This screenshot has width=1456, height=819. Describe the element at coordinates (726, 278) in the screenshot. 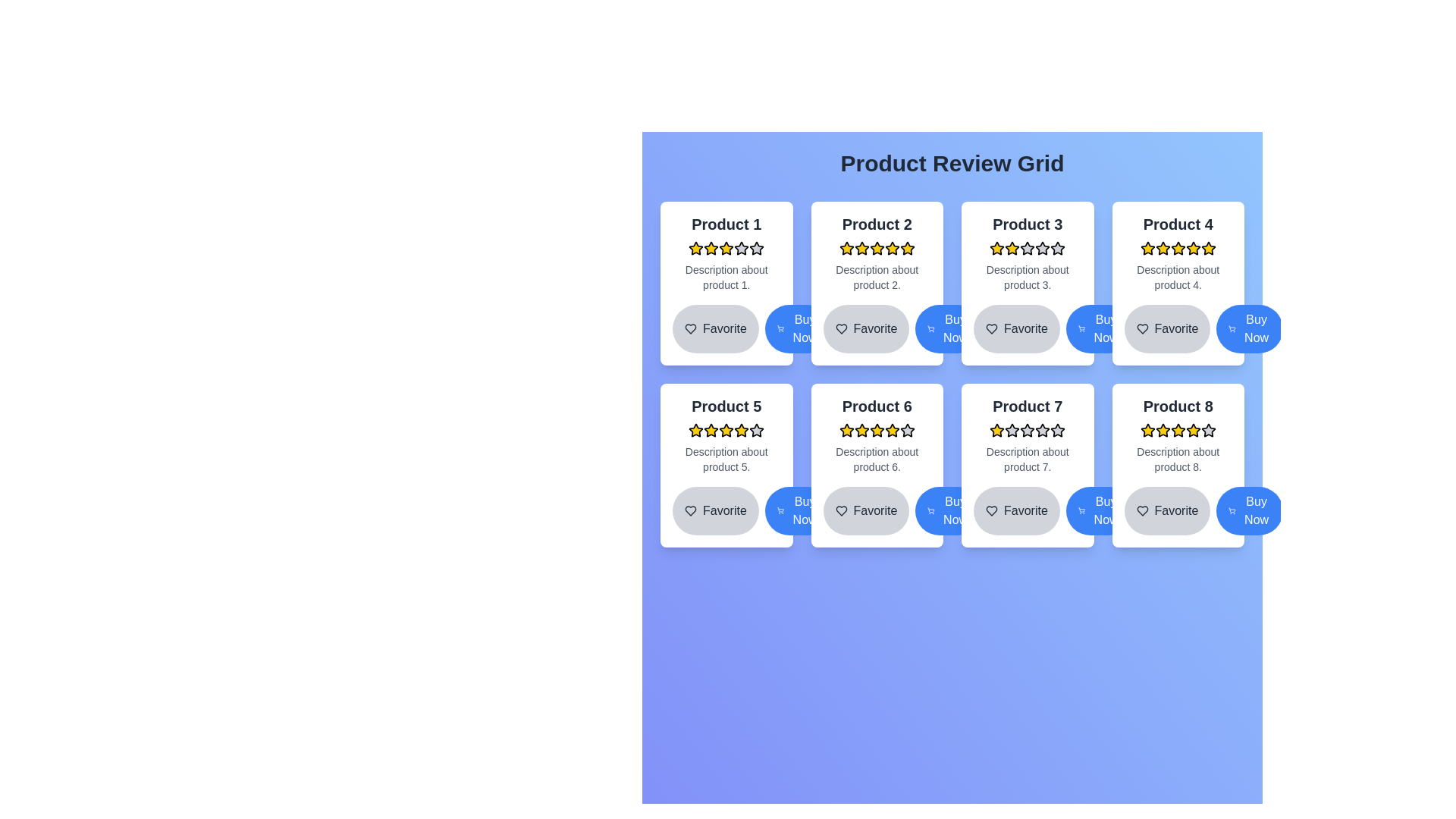

I see `the text component providing a summary about 'Product 1', located below the star rating and above the 'Favorite' button` at that location.